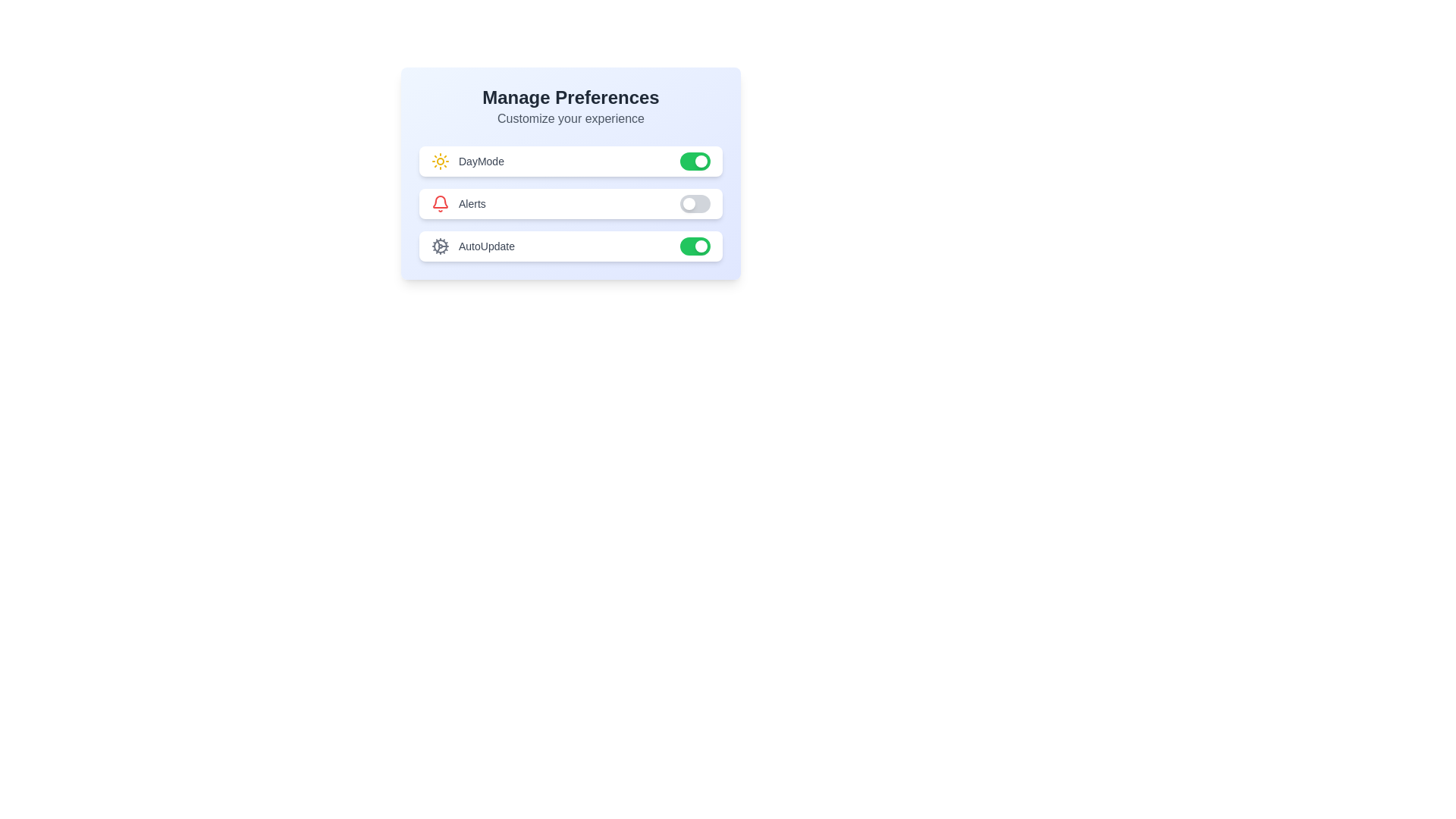 Image resolution: width=1456 pixels, height=819 pixels. What do you see at coordinates (480, 161) in the screenshot?
I see `the 'DayMode' text label, which indicates the setting for the adjacent toggle switch in the 'Manage Preferences' section` at bounding box center [480, 161].